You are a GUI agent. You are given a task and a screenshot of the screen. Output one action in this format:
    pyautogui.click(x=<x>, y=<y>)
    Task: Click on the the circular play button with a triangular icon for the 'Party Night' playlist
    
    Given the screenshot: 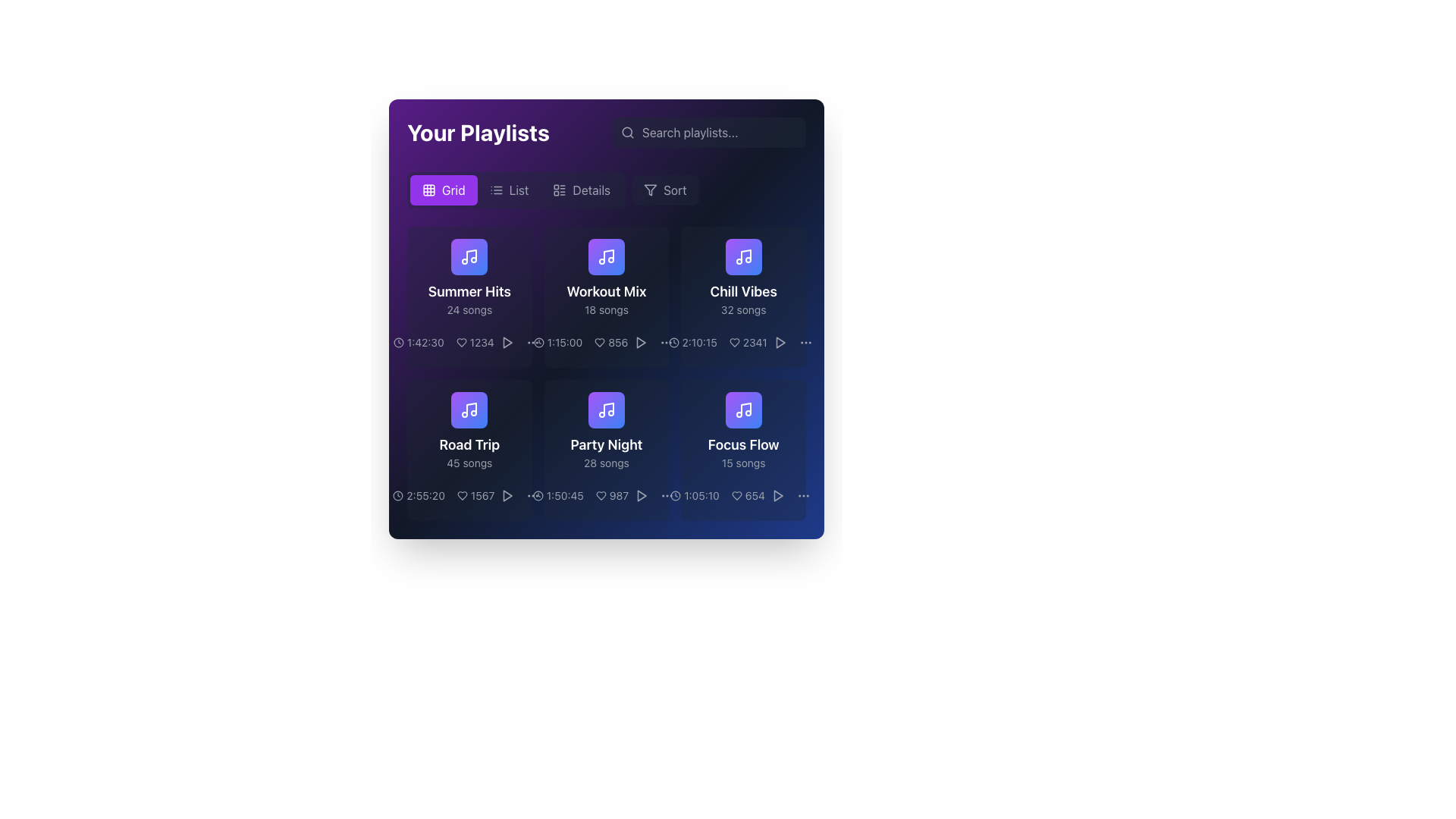 What is the action you would take?
    pyautogui.click(x=642, y=496)
    